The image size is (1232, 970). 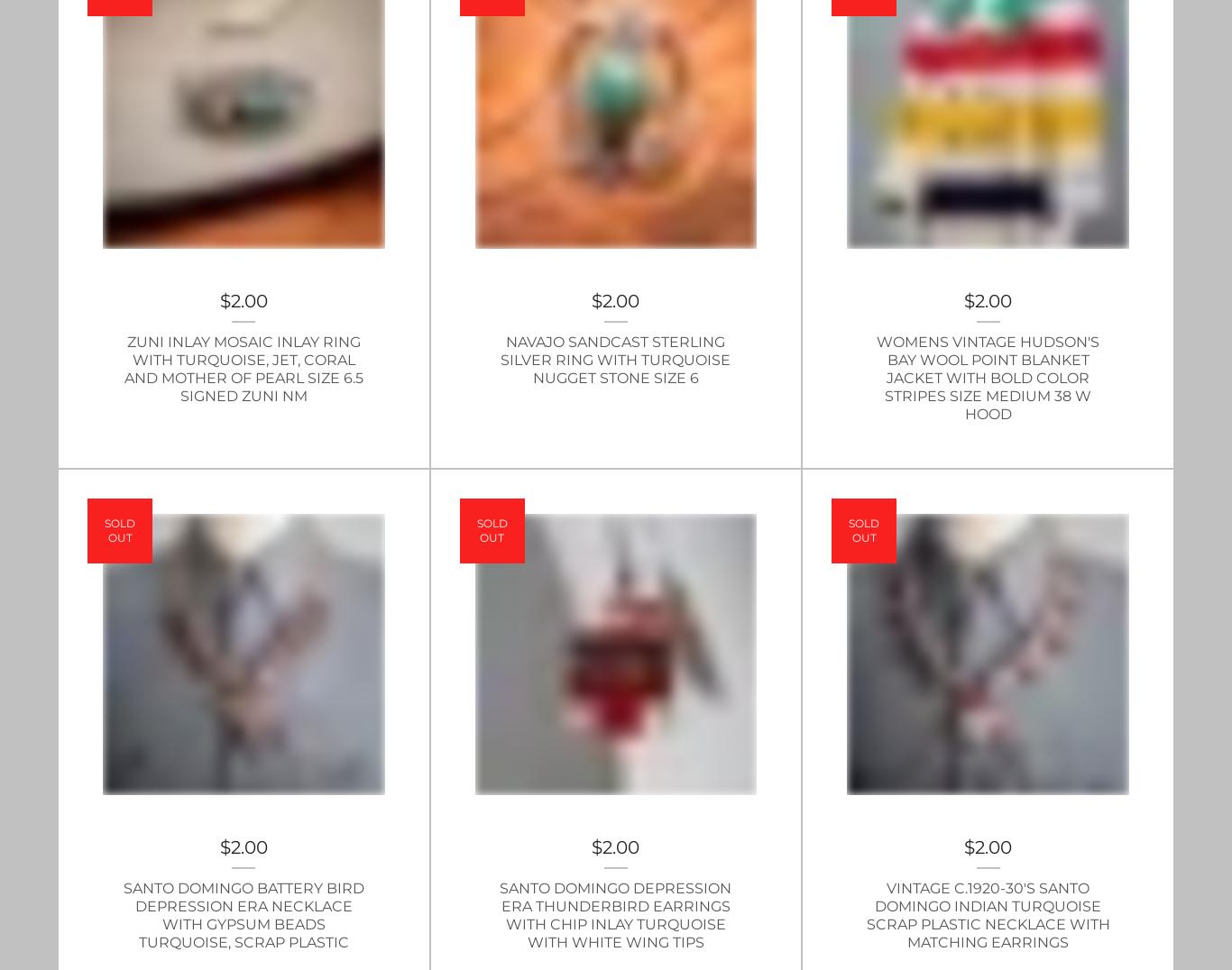 I want to click on 'Vintage c.1920-30's Santo Domingo Indian turquoise scrap plastic necklace with matching earrings', so click(x=986, y=914).